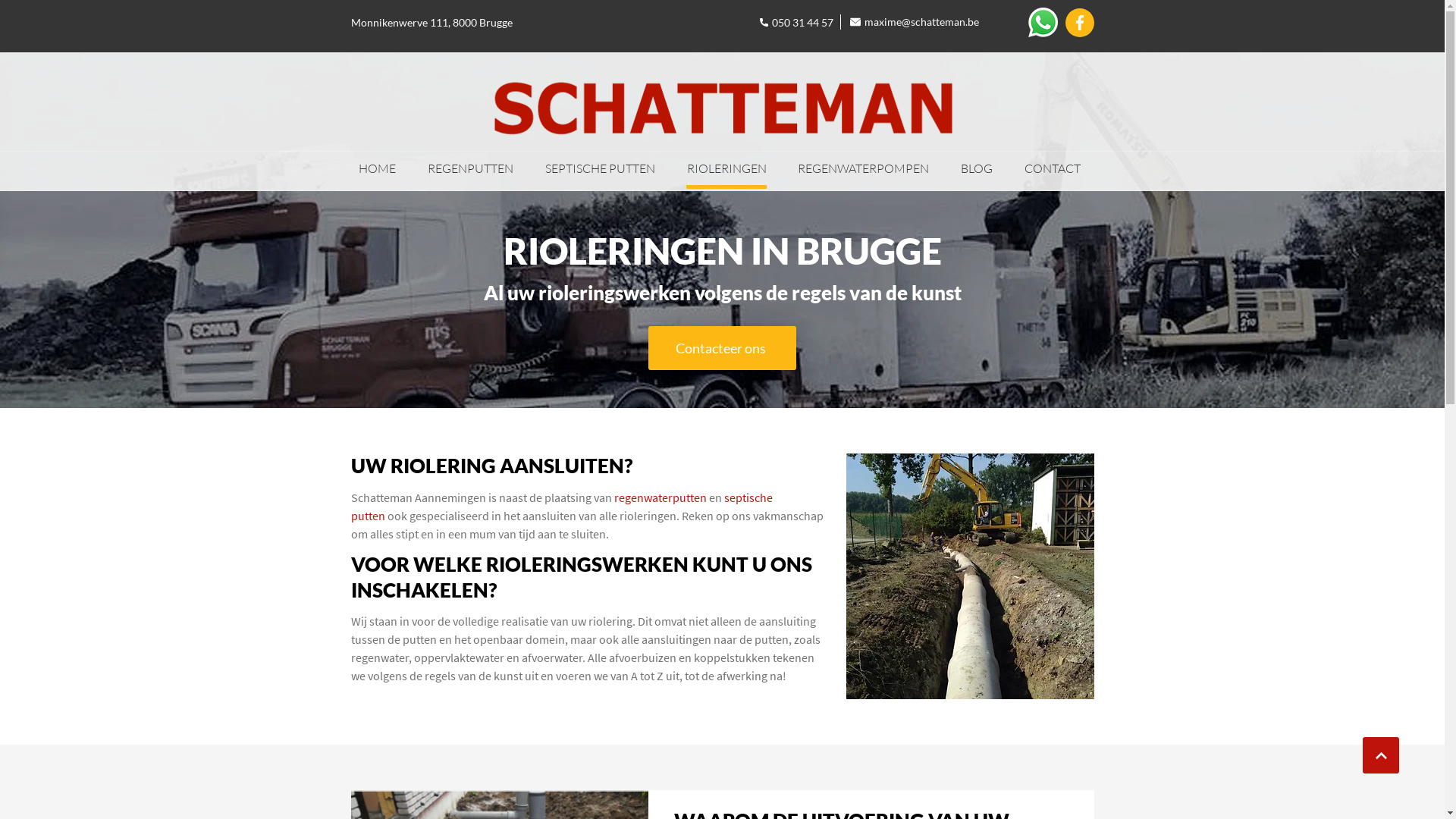 The width and height of the screenshot is (1456, 819). Describe the element at coordinates (660, 497) in the screenshot. I see `'regenwaterputten'` at that location.